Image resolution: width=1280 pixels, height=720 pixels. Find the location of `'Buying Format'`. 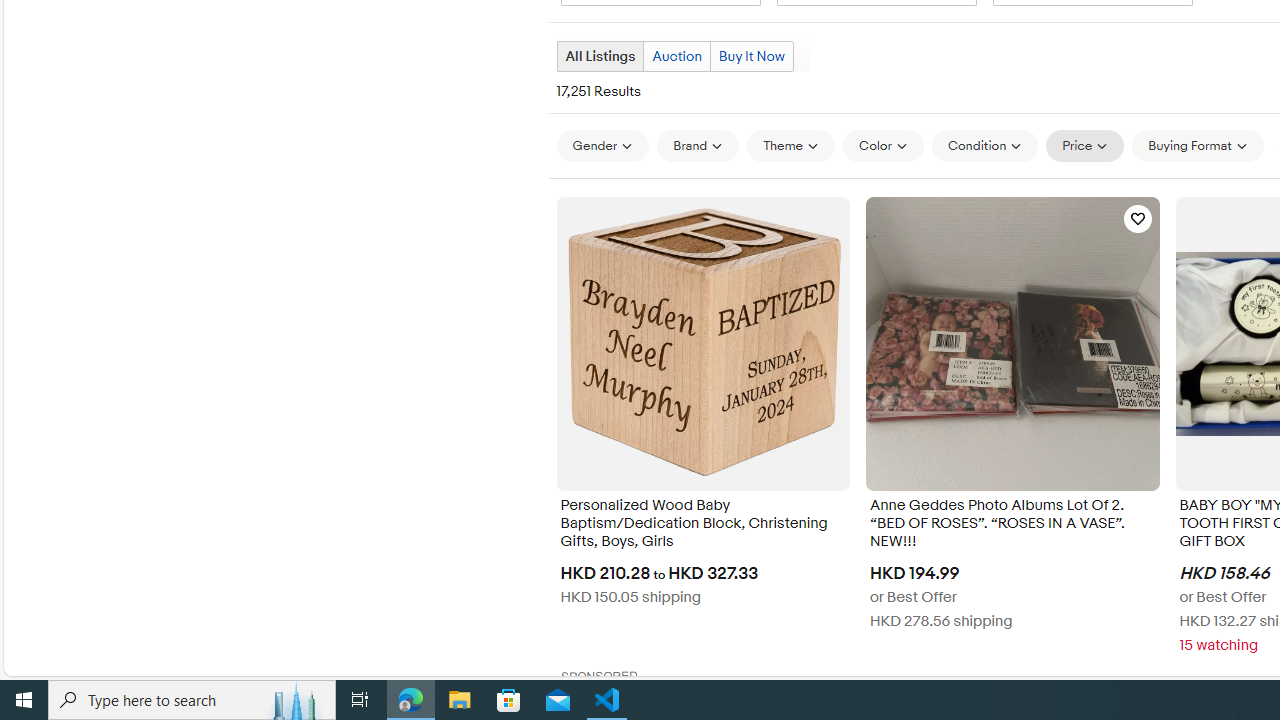

'Buying Format' is located at coordinates (1198, 144).